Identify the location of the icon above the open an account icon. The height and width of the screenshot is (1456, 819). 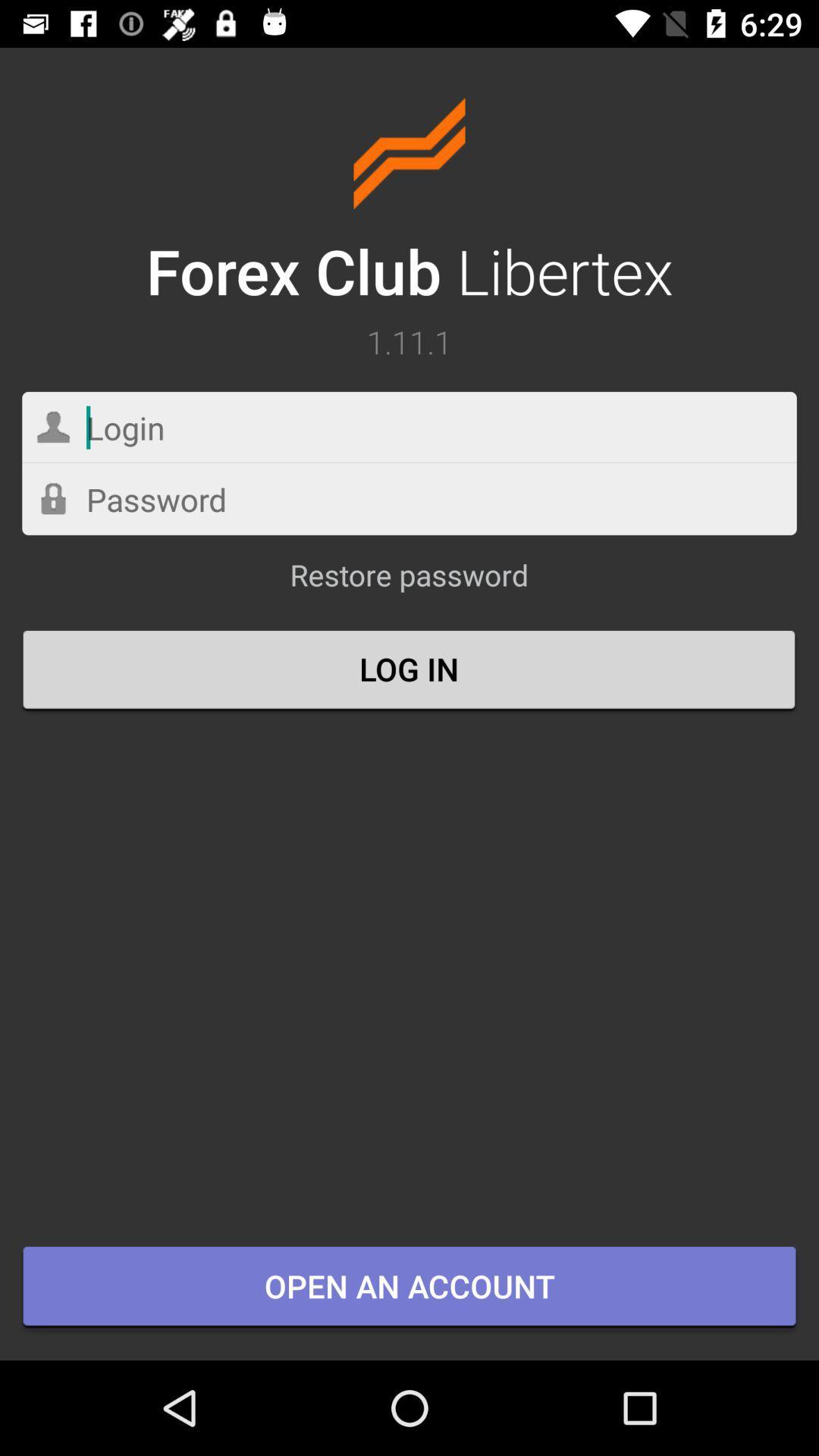
(409, 670).